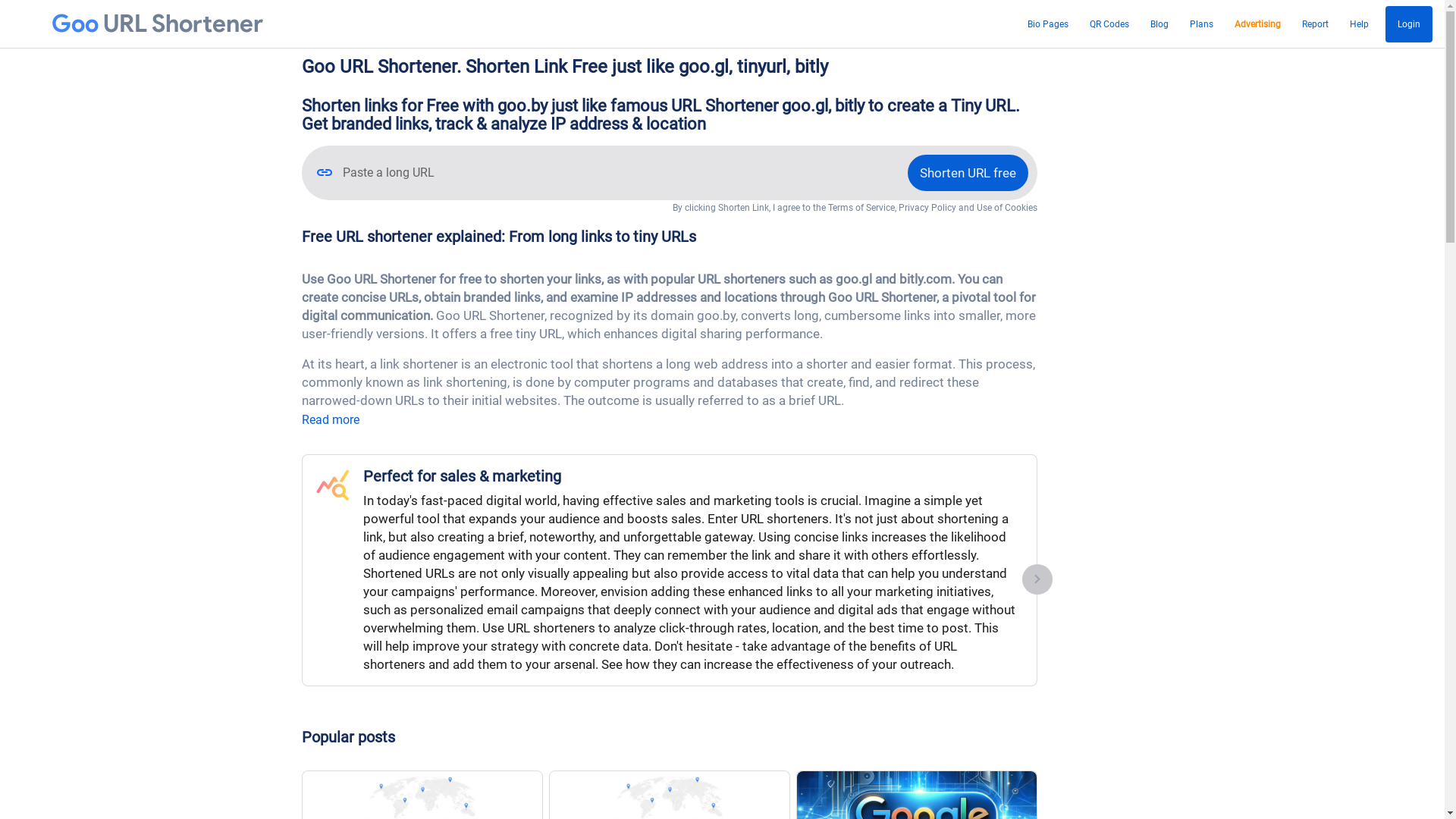 Image resolution: width=1456 pixels, height=819 pixels. What do you see at coordinates (1185, 24) in the screenshot?
I see `'Plans'` at bounding box center [1185, 24].